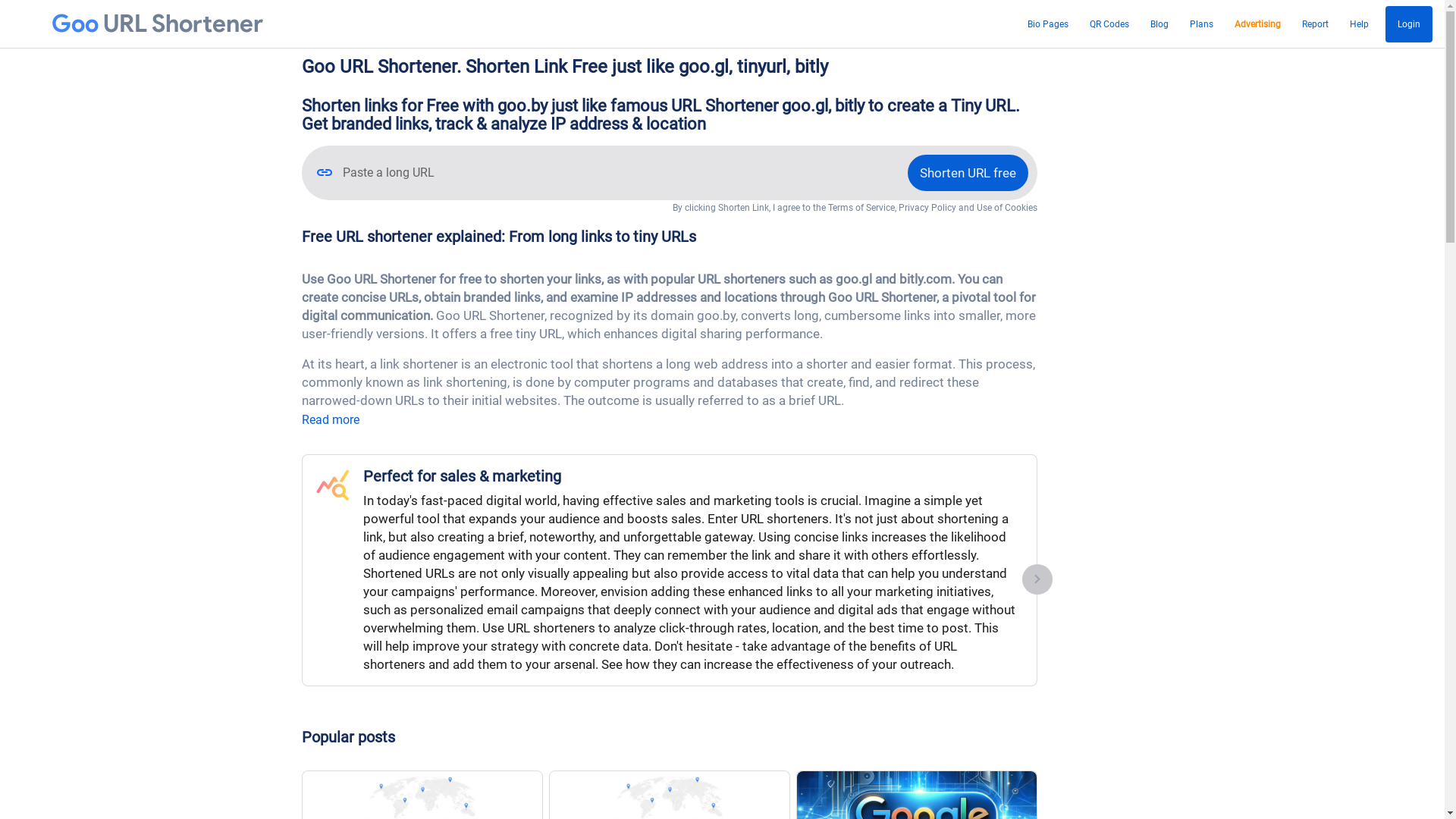 Image resolution: width=1456 pixels, height=819 pixels. What do you see at coordinates (1185, 24) in the screenshot?
I see `'Plans'` at bounding box center [1185, 24].